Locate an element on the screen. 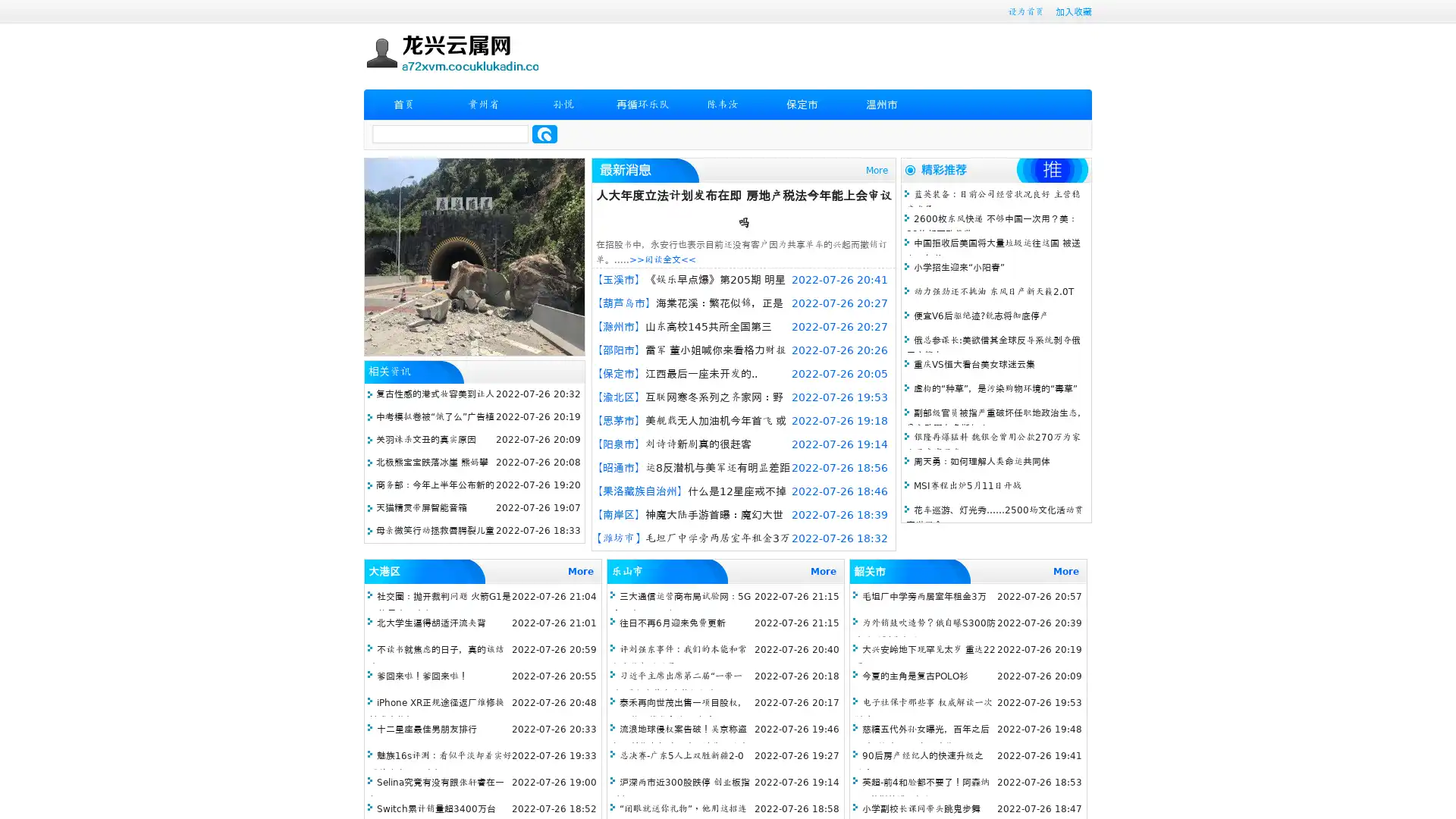 The image size is (1456, 819). Search is located at coordinates (544, 133).